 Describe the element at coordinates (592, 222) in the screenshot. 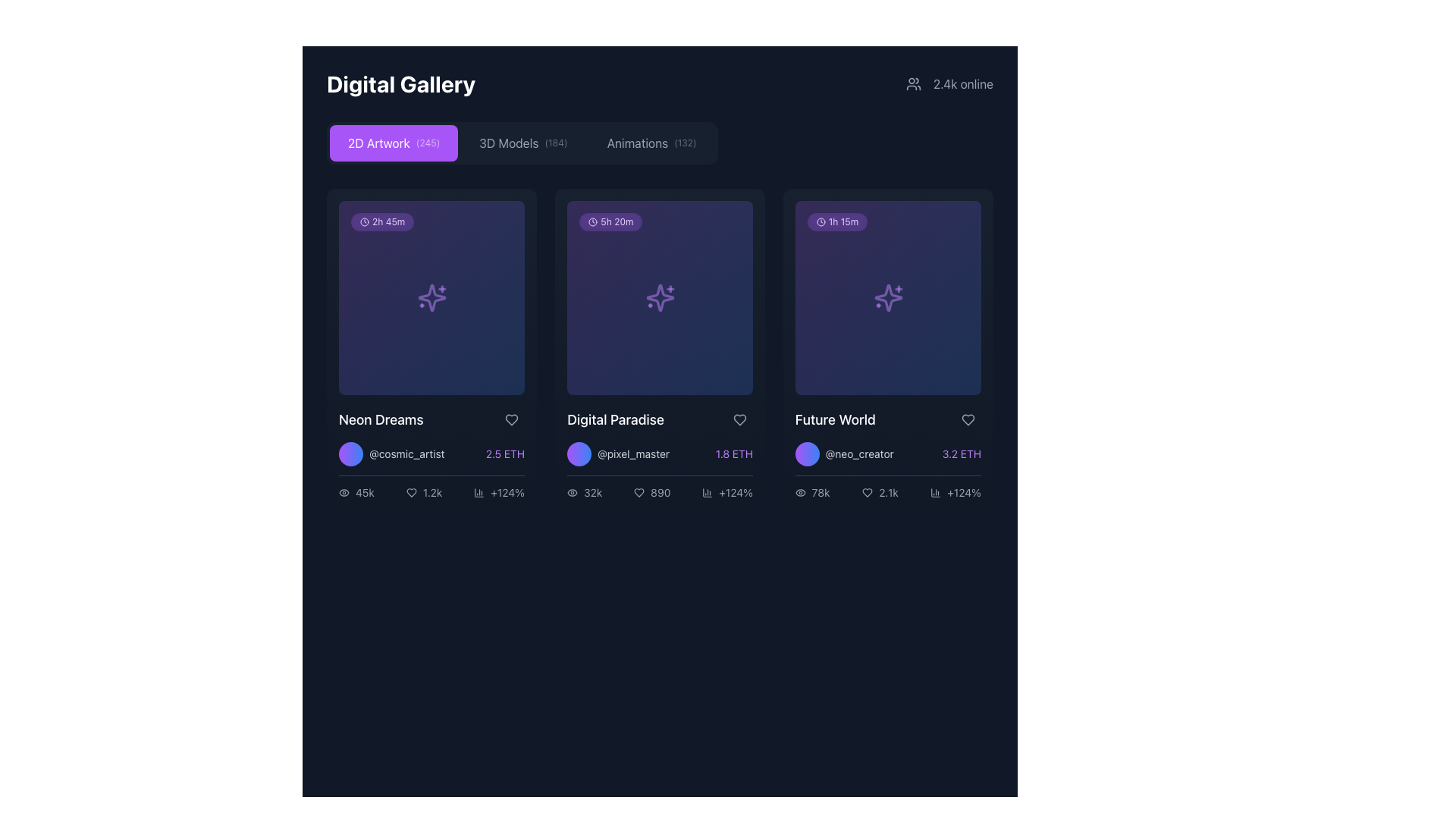

I see `the small circular clock icon with a hollow outline located in the top-left portion of the 'Digital Paradise' card, which has clock hands pointing towards specific positions` at that location.